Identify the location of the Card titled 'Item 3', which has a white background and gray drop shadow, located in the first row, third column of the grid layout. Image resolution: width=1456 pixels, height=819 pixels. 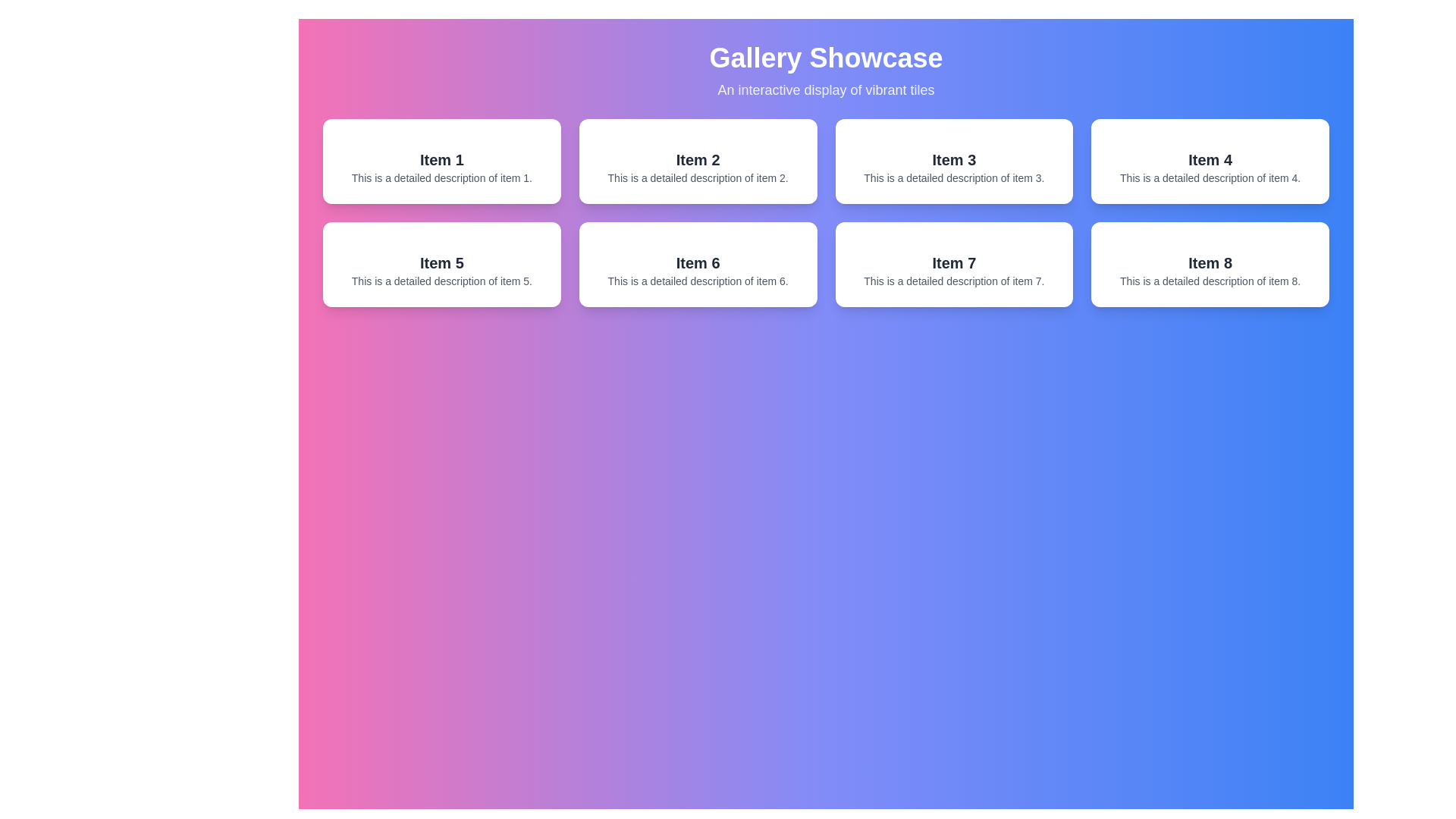
(953, 161).